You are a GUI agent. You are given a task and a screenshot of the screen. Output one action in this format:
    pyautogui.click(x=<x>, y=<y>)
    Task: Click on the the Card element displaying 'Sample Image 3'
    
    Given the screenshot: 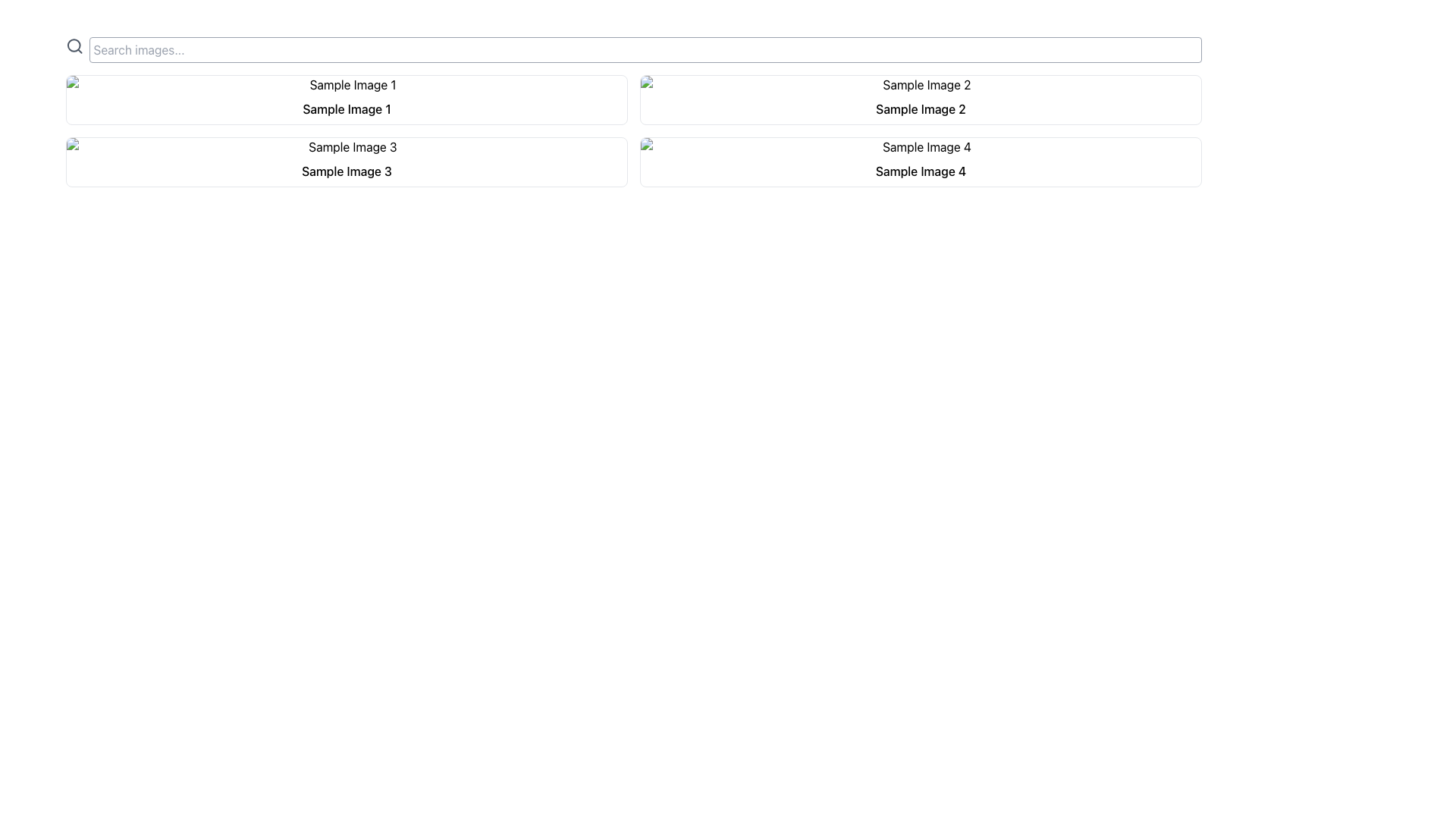 What is the action you would take?
    pyautogui.click(x=346, y=162)
    